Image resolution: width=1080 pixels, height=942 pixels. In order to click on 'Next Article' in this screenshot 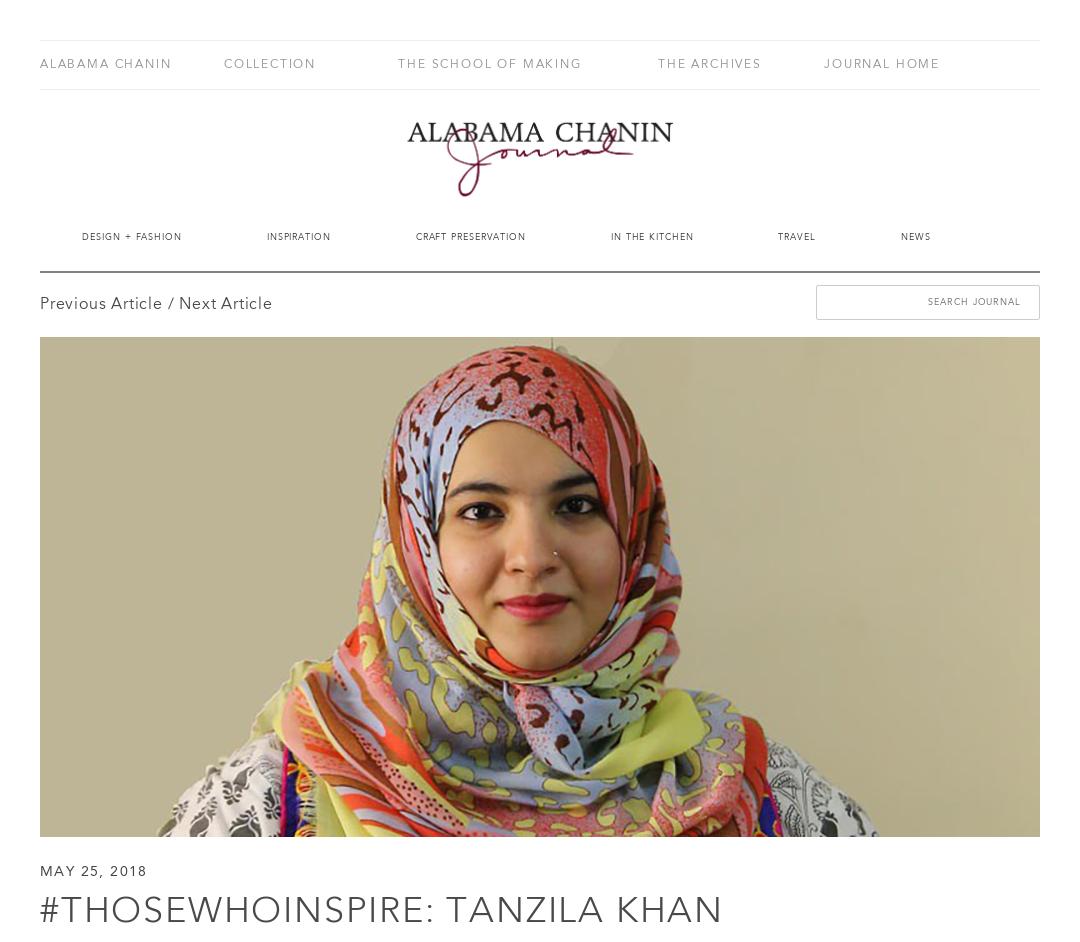, I will do `click(225, 305)`.